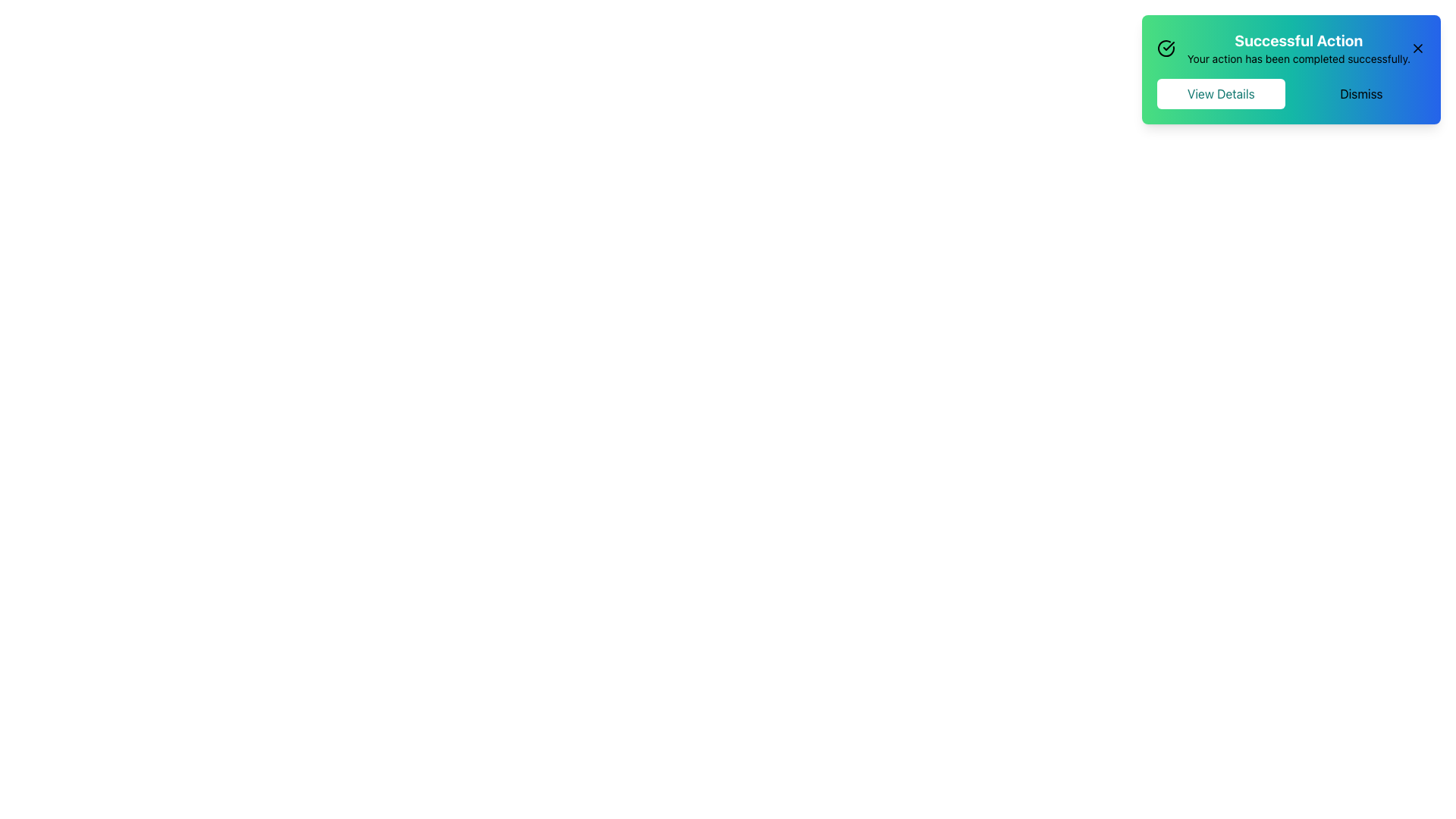 This screenshot has width=1456, height=819. What do you see at coordinates (1361, 93) in the screenshot?
I see `the 'Dismiss' button located at the top-right corner of the notification card` at bounding box center [1361, 93].